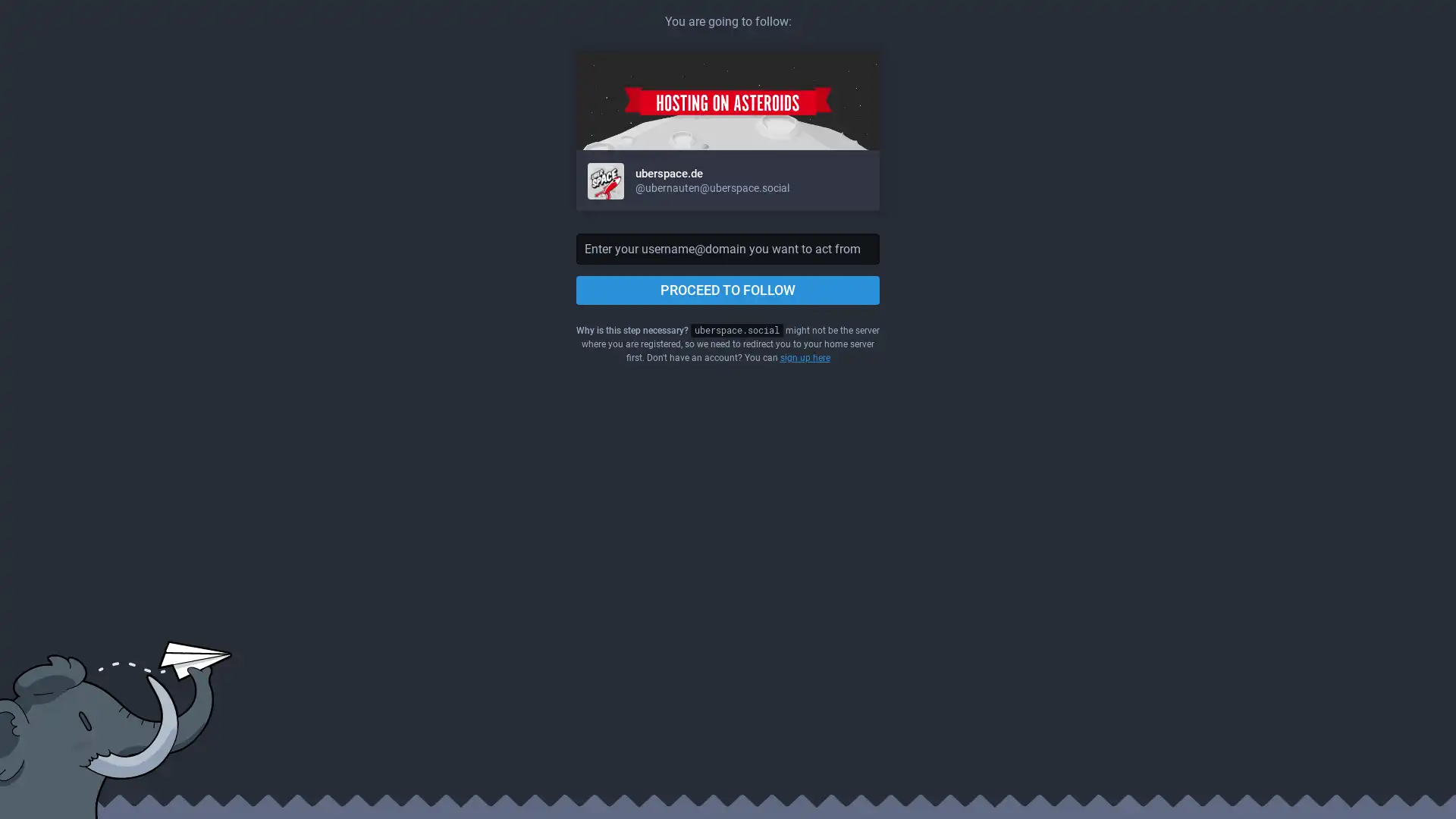  I want to click on PROCEED TO FOLLOW, so click(728, 290).